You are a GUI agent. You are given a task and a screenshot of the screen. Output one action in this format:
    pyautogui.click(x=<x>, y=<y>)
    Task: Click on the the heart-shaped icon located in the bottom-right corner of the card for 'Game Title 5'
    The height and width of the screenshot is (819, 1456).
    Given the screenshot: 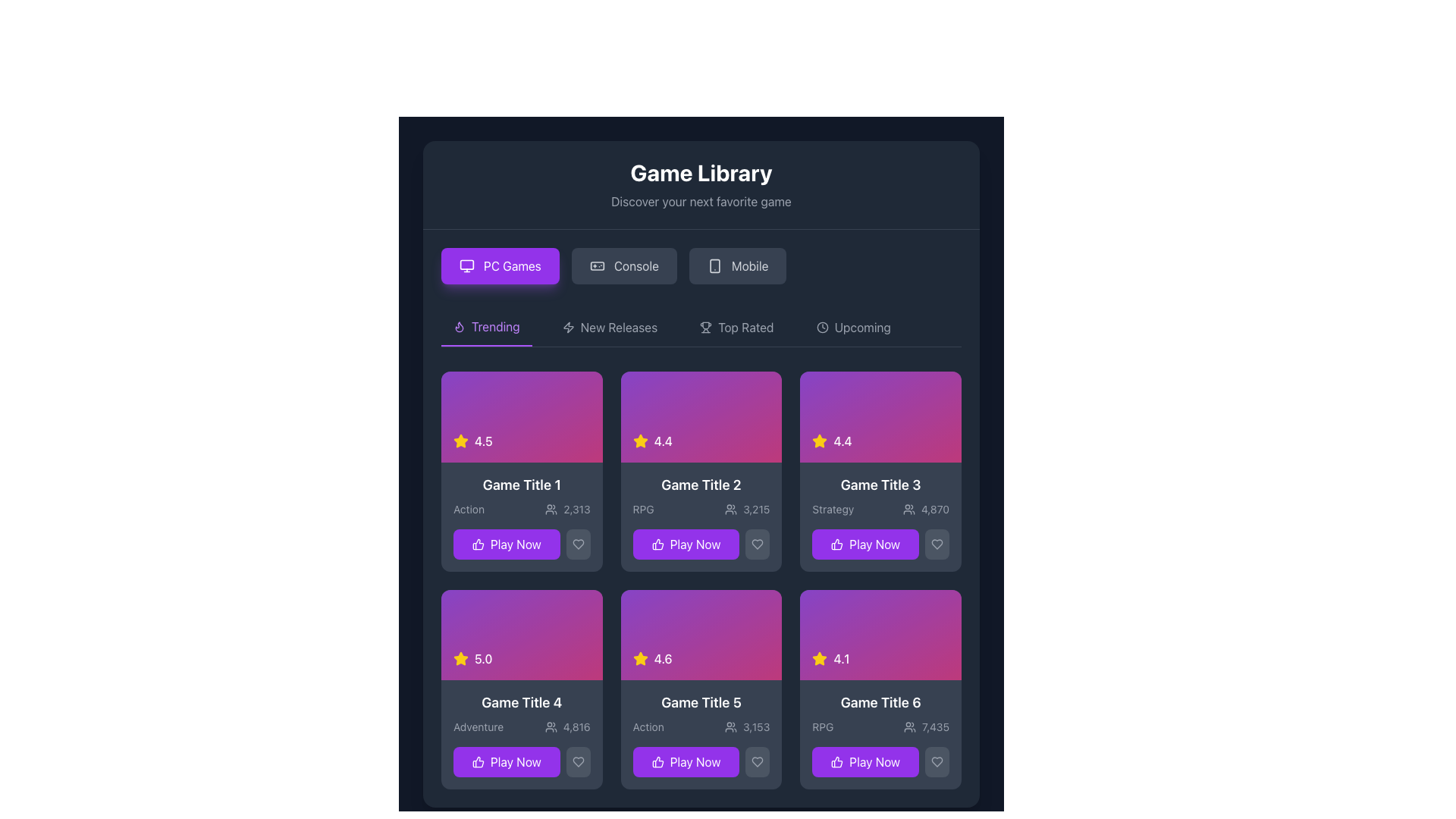 What is the action you would take?
    pyautogui.click(x=758, y=762)
    